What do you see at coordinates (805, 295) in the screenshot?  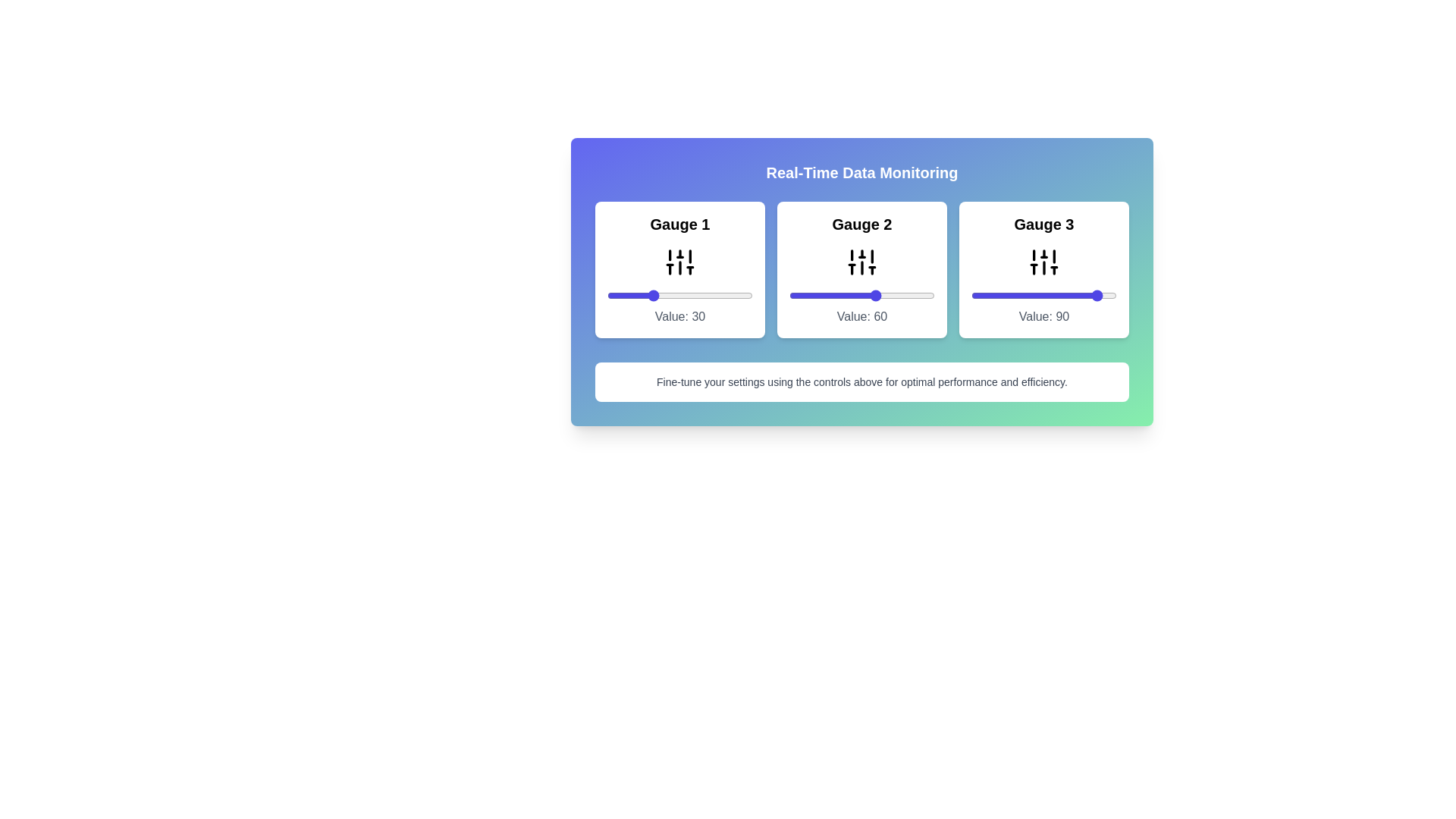 I see `the 'Gauge 2' slider` at bounding box center [805, 295].